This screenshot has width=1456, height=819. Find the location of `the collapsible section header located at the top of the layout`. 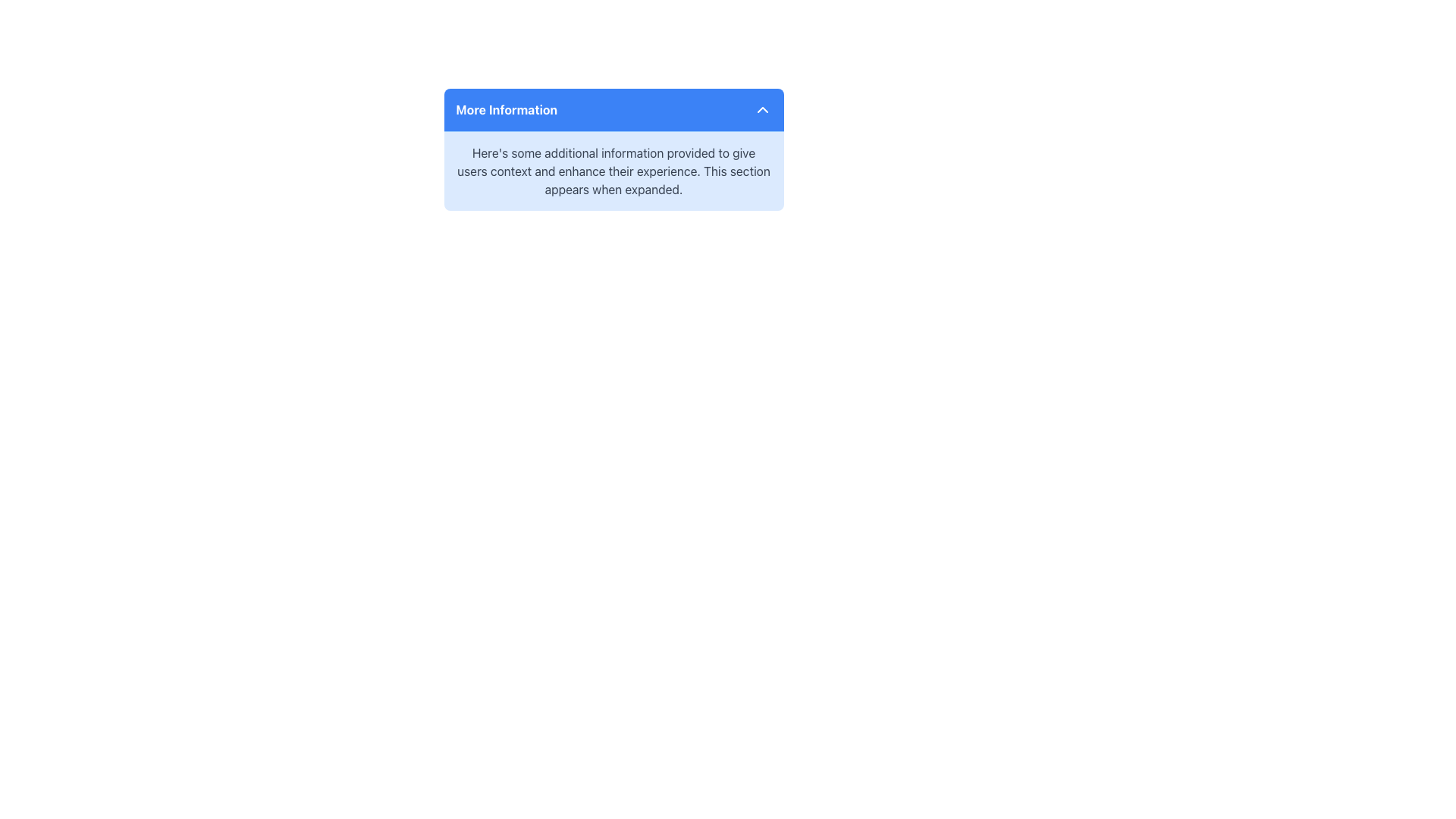

the collapsible section header located at the top of the layout is located at coordinates (613, 109).